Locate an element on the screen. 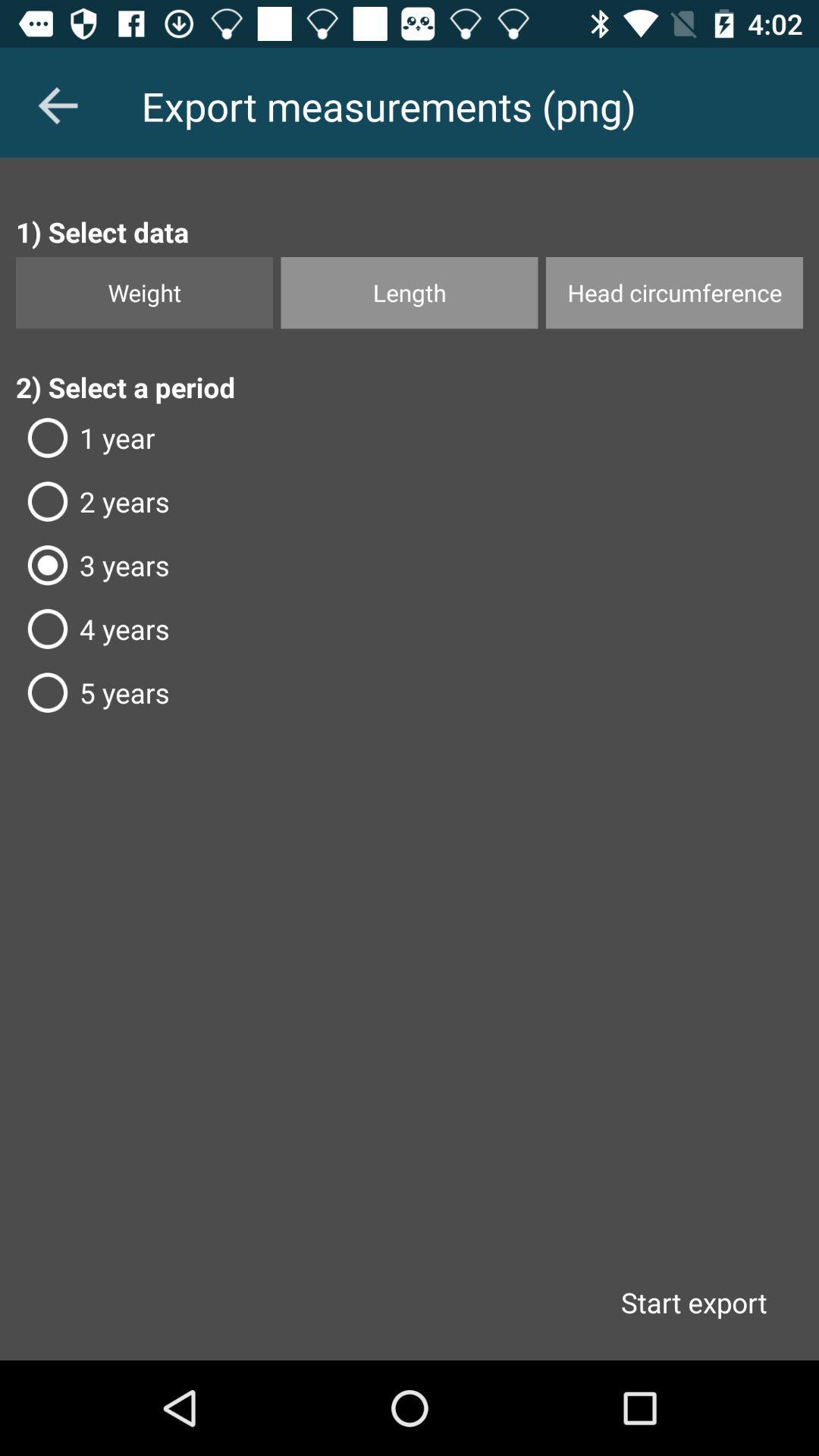 Image resolution: width=819 pixels, height=1456 pixels. the item below 2 years icon is located at coordinates (409, 564).